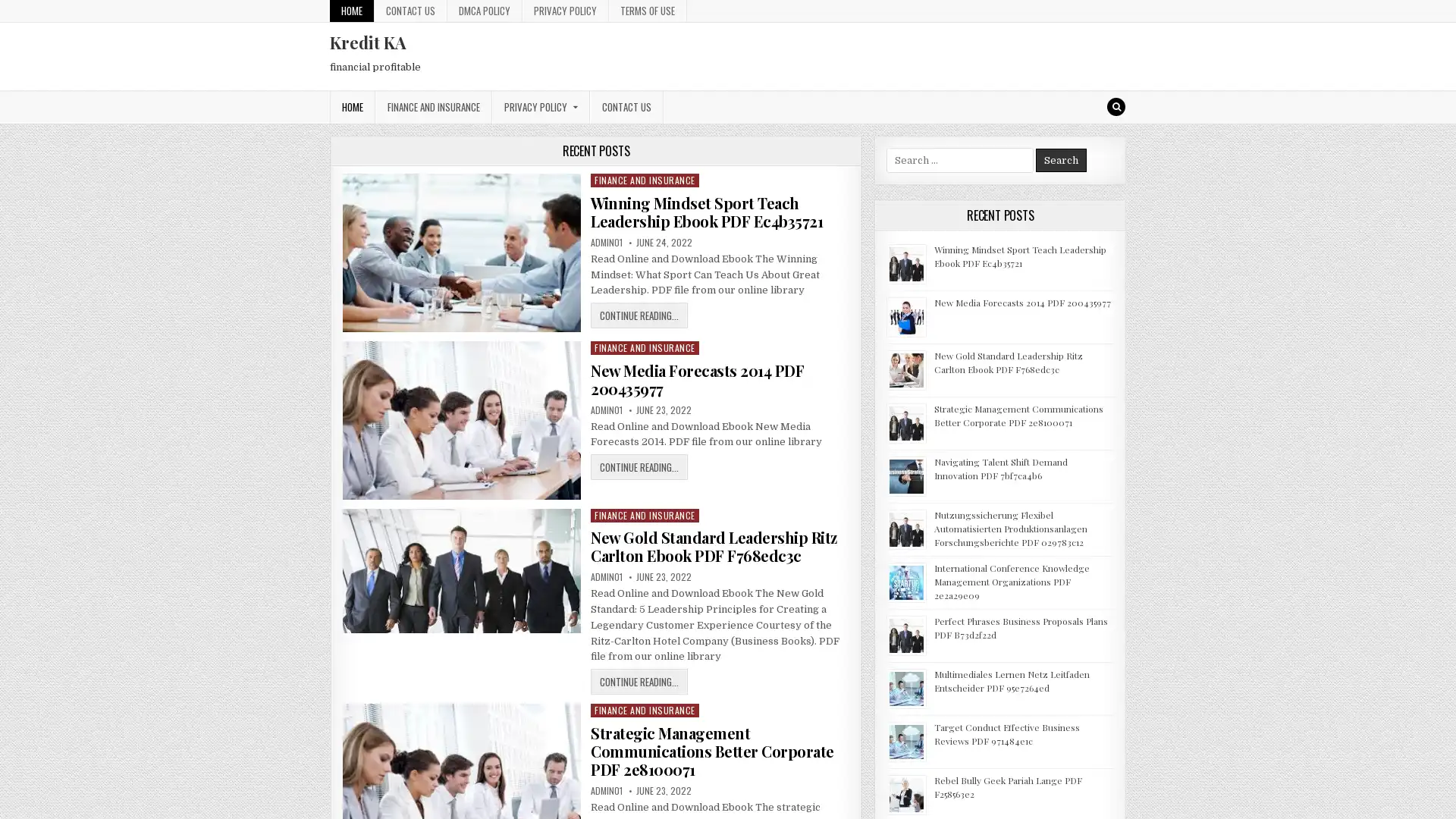  I want to click on Search, so click(1060, 160).